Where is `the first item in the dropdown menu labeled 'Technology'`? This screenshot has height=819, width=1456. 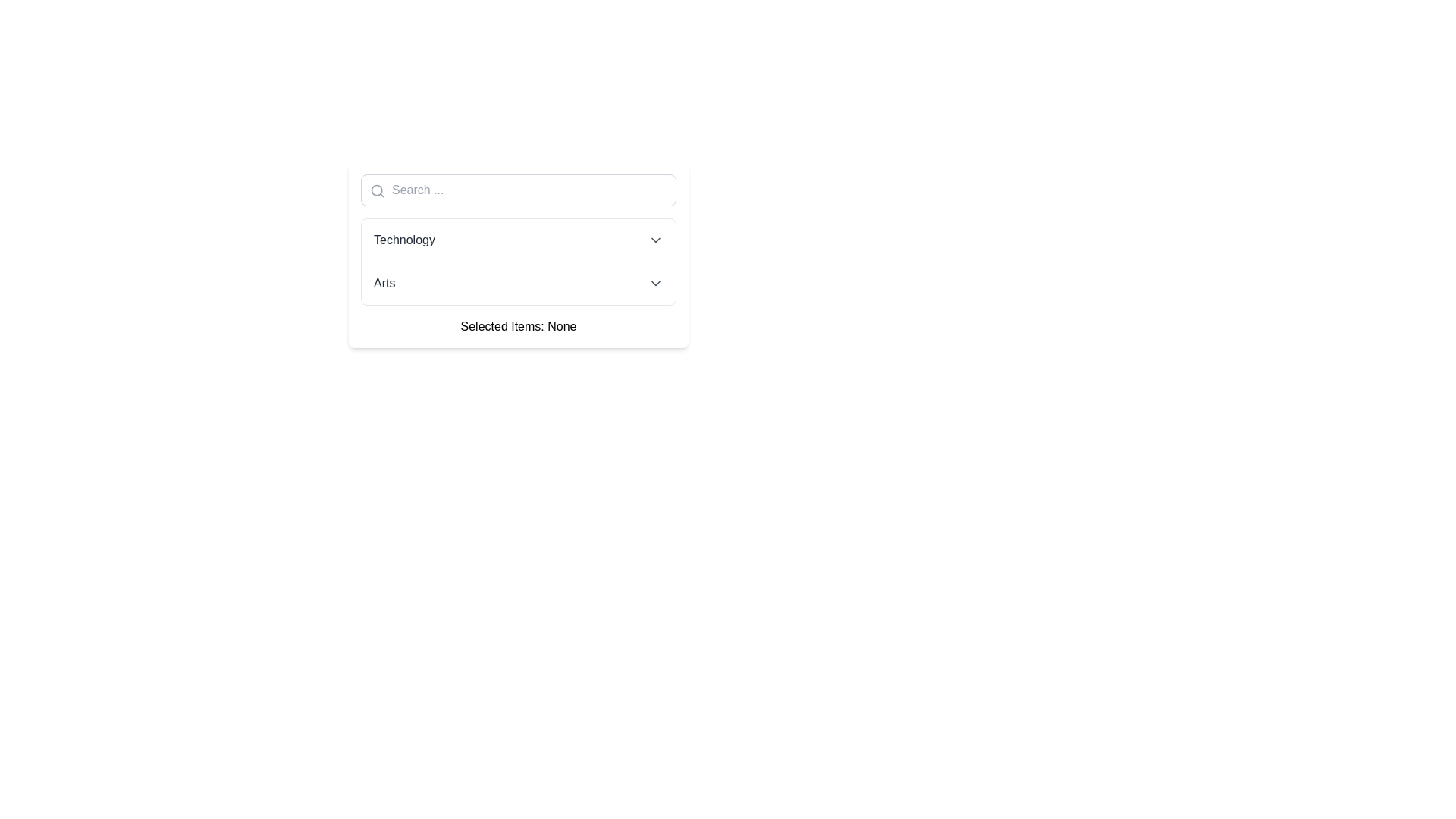 the first item in the dropdown menu labeled 'Technology' is located at coordinates (519, 239).